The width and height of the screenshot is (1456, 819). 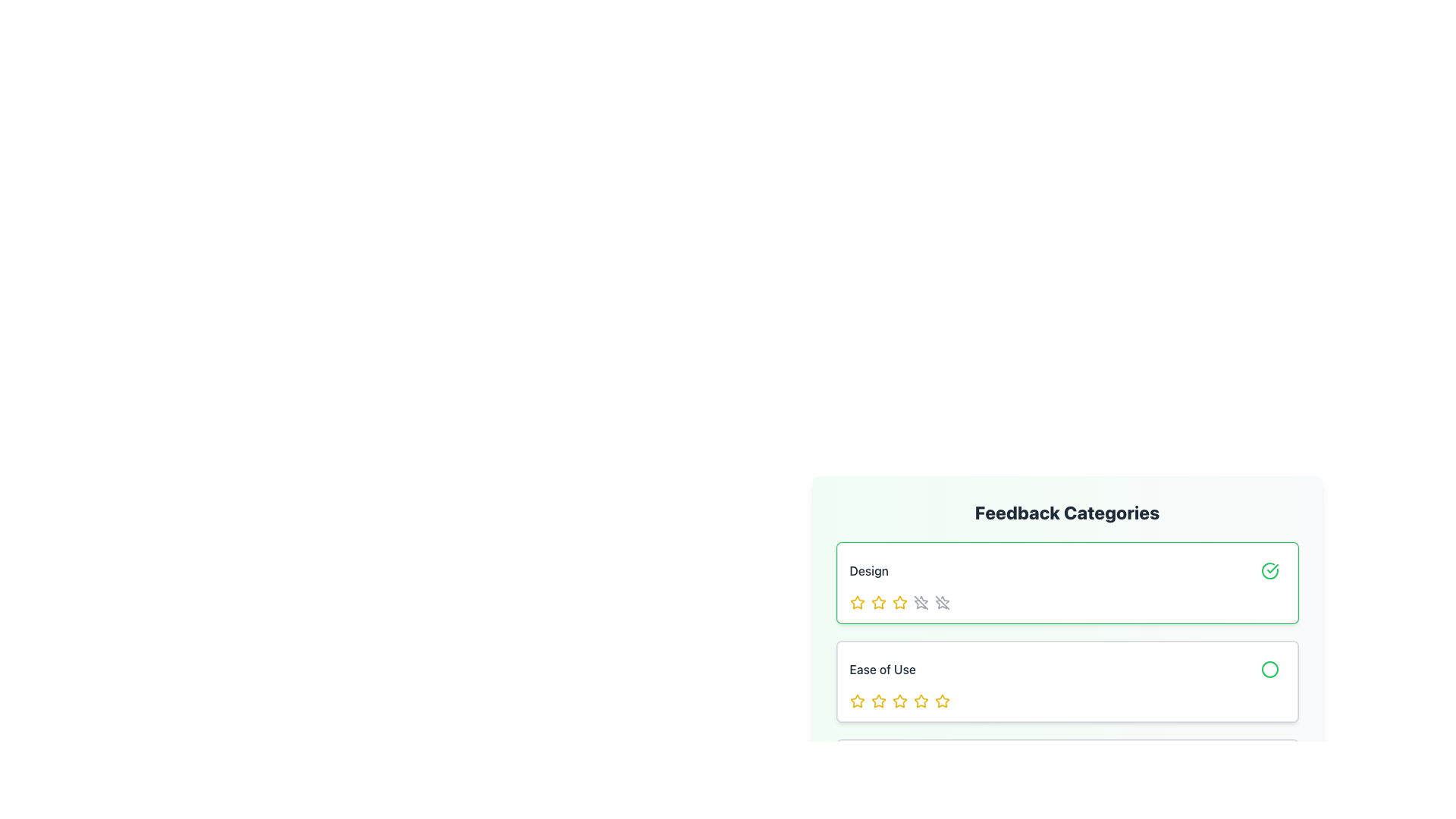 What do you see at coordinates (899, 701) in the screenshot?
I see `the second yellow star icon in the 'Ease of Use' section of the 'Feedback Categories' interface to rate it` at bounding box center [899, 701].